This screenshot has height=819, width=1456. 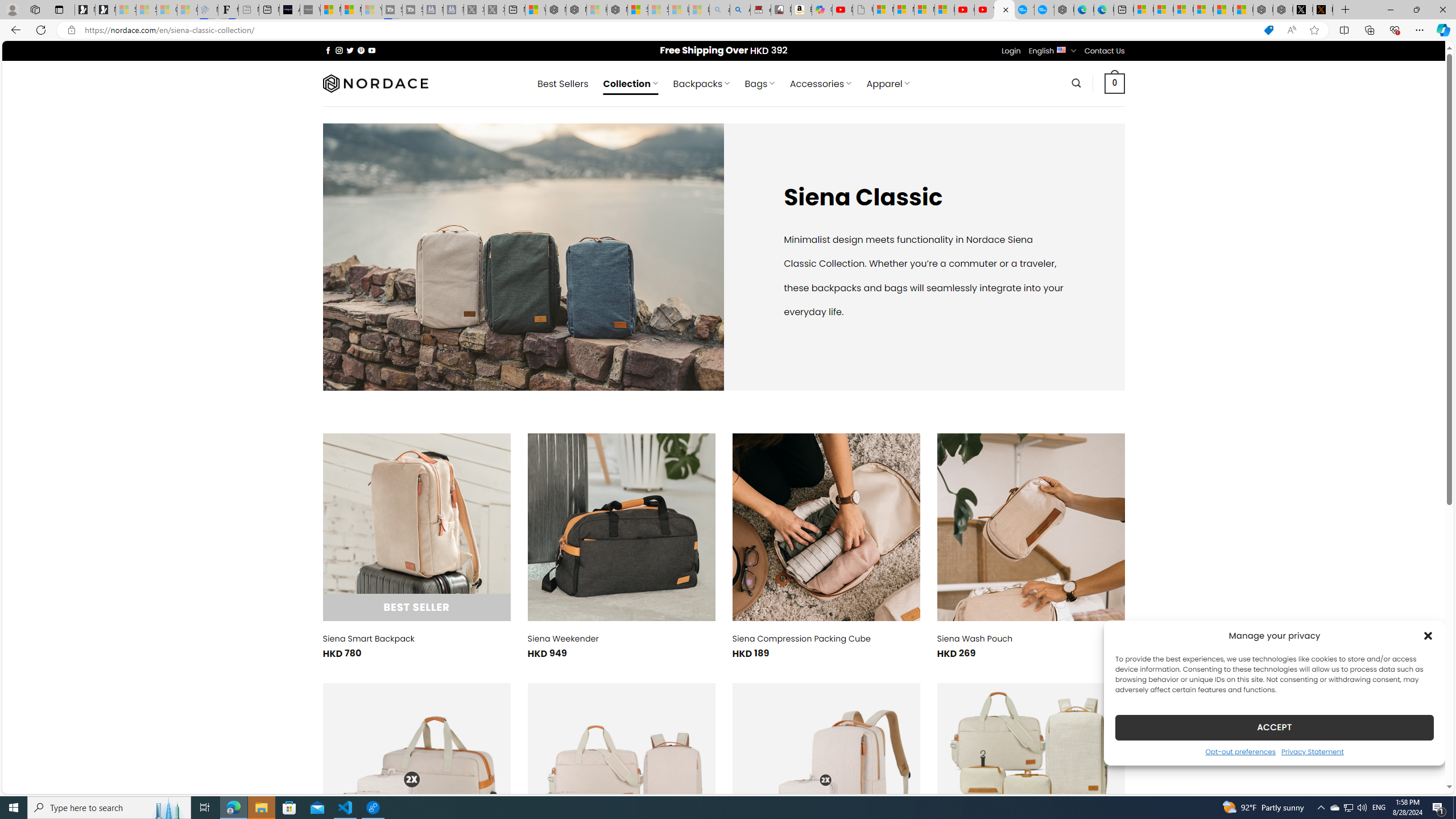 What do you see at coordinates (494, 9) in the screenshot?
I see `'X - Sleeping'` at bounding box center [494, 9].